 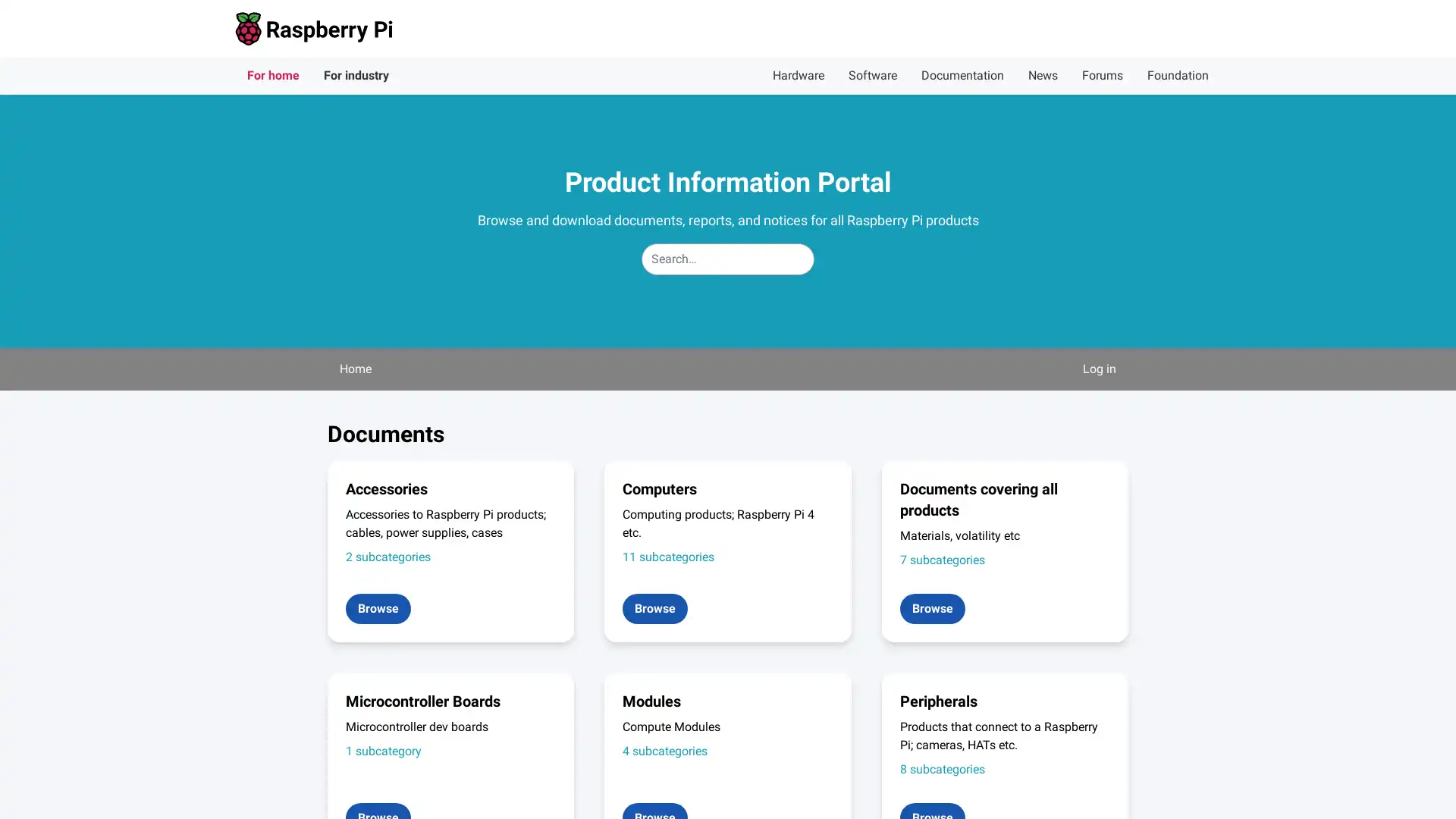 I want to click on Search, so click(x=813, y=242).